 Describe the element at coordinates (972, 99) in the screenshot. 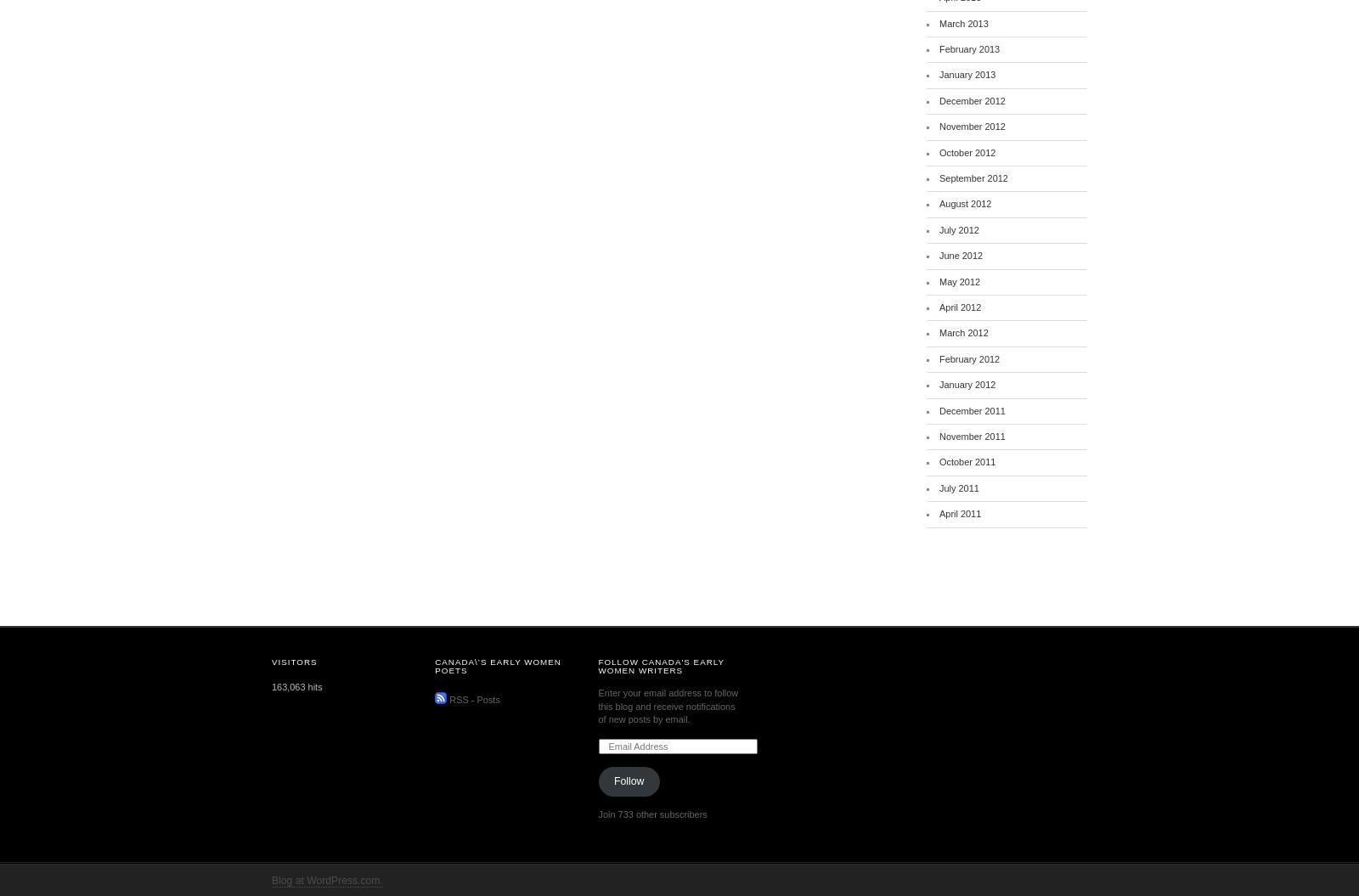

I see `'December 2012'` at that location.